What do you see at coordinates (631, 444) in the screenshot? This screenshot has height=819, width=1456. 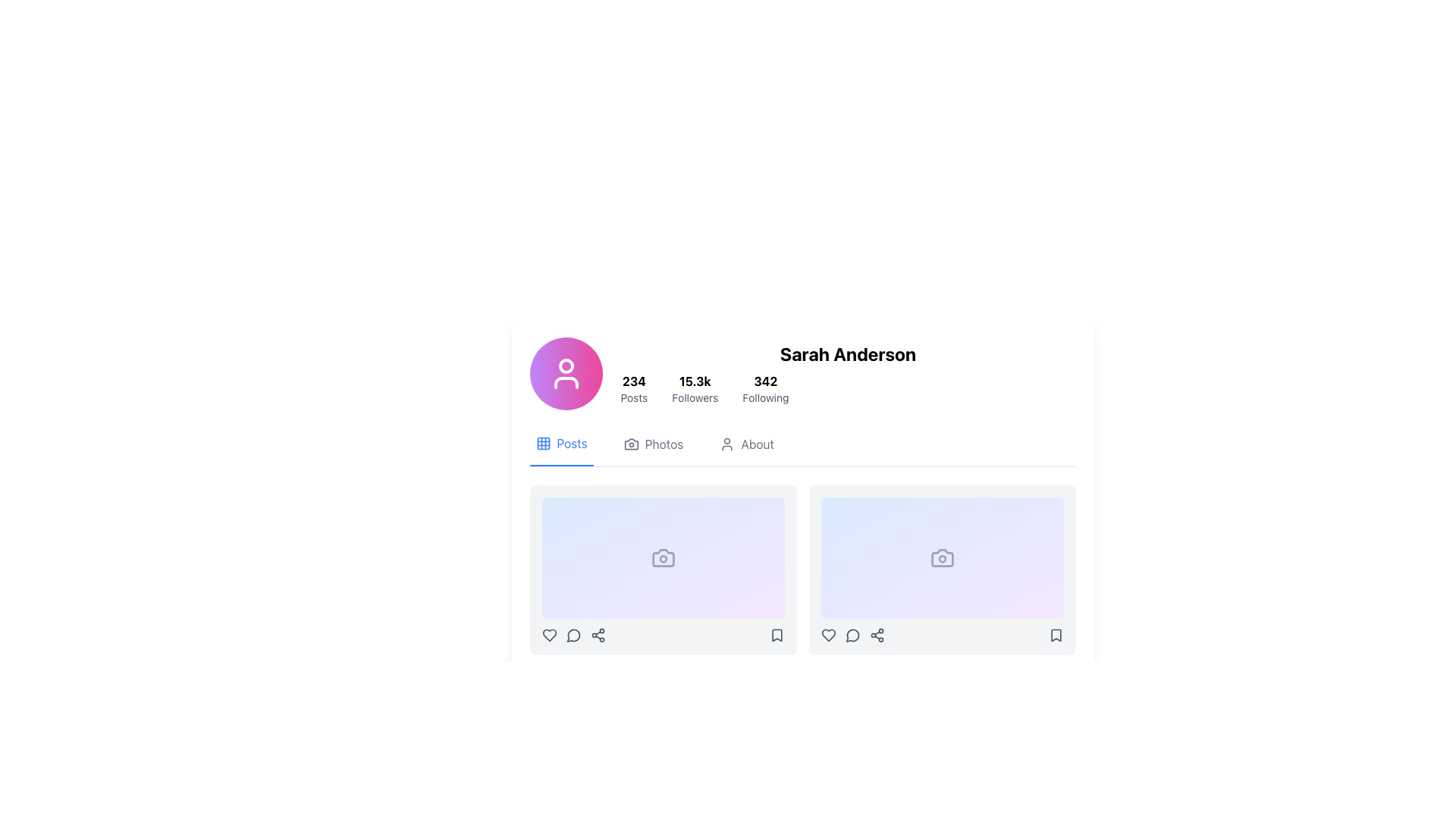 I see `the camera icon located on the menu bar, which is the leftmost element paired with the 'Photos' label` at bounding box center [631, 444].